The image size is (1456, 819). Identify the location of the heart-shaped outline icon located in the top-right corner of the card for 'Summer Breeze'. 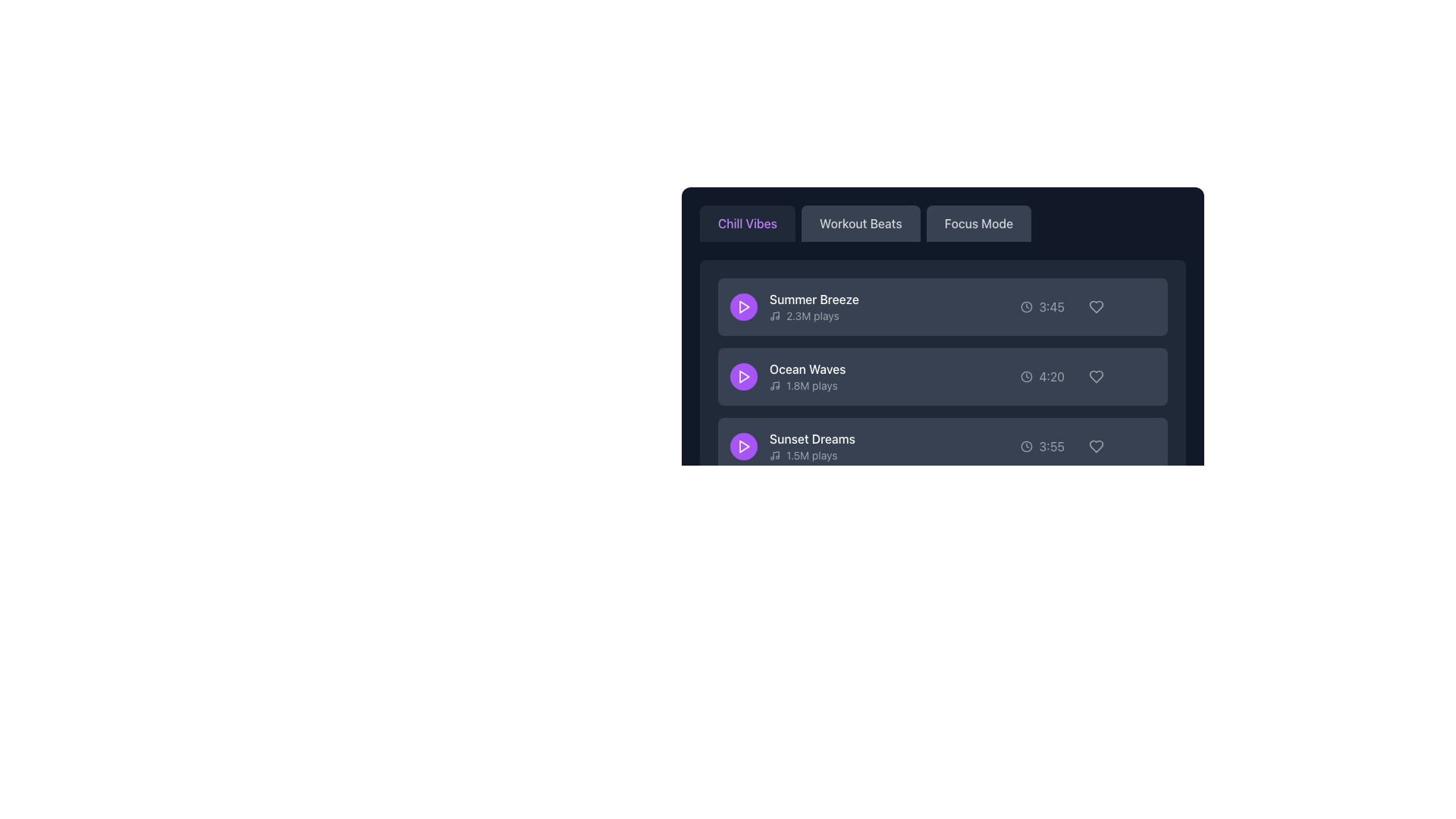
(1096, 307).